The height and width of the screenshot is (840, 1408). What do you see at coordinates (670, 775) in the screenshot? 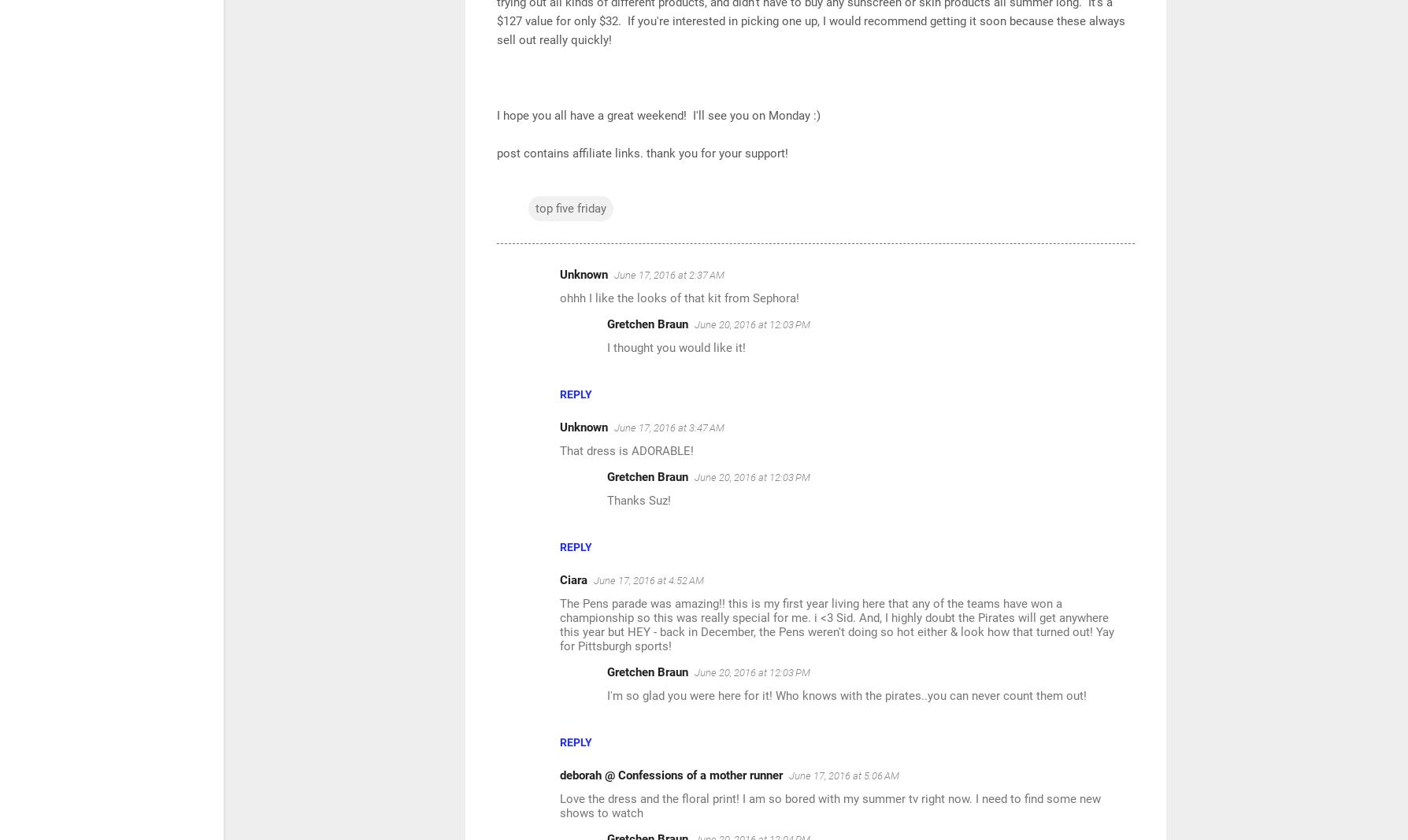
I see `'deborah @ Confessions of a mother runner'` at bounding box center [670, 775].